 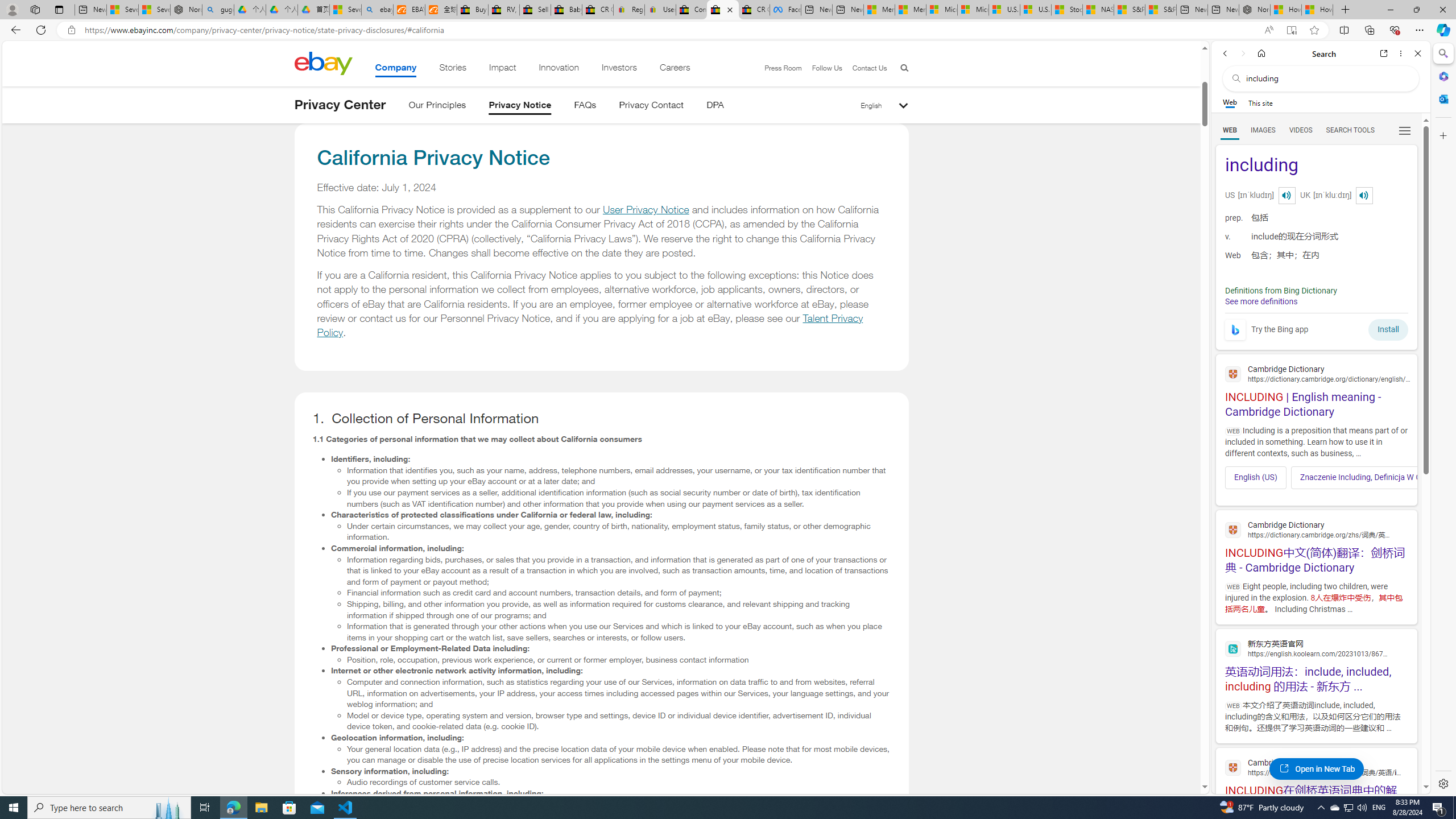 I want to click on 'Search the web', so click(x=1326, y=78).